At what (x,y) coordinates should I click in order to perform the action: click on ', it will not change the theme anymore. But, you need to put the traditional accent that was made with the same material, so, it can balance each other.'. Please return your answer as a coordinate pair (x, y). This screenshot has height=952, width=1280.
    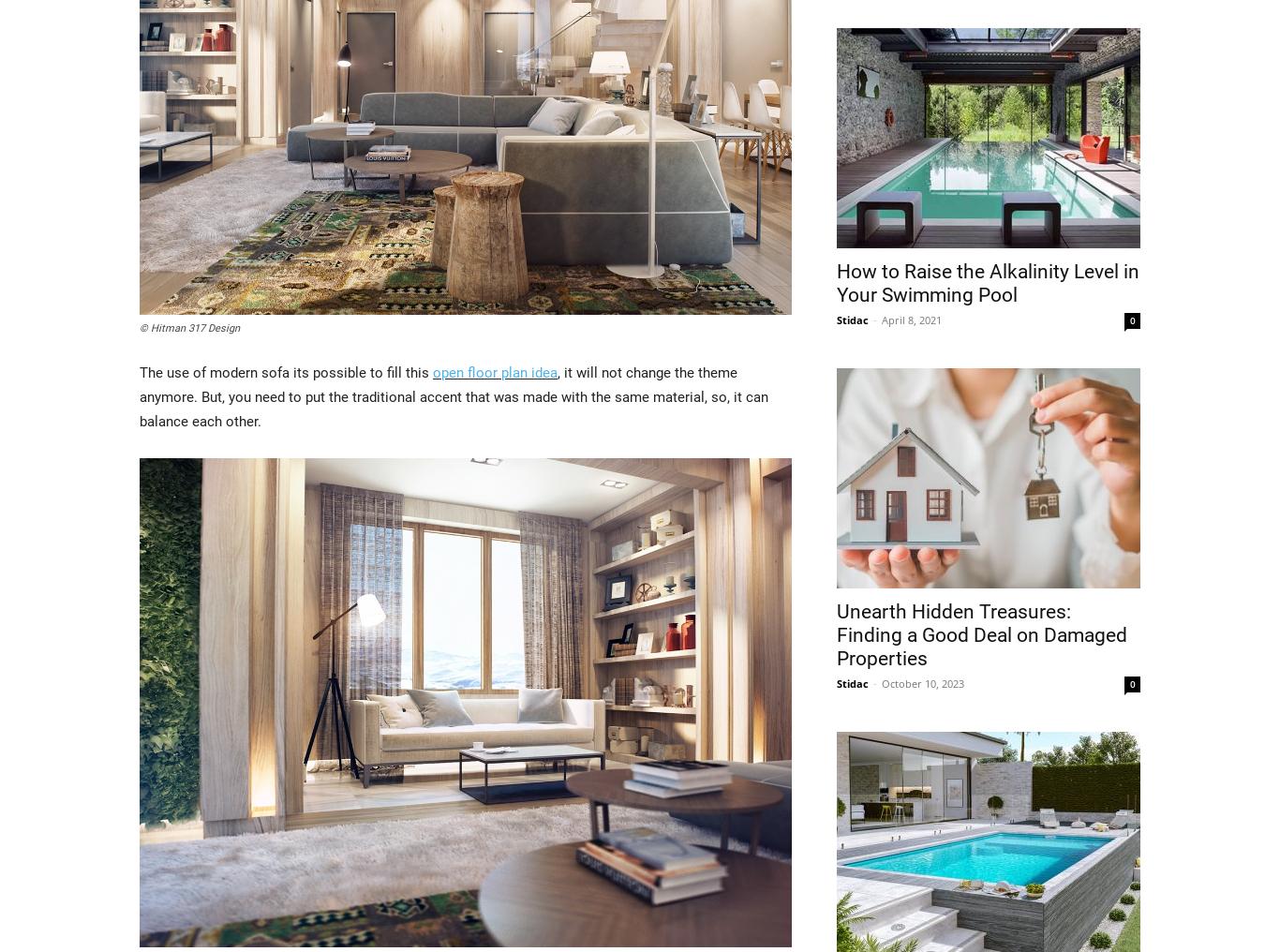
    Looking at the image, I should click on (454, 394).